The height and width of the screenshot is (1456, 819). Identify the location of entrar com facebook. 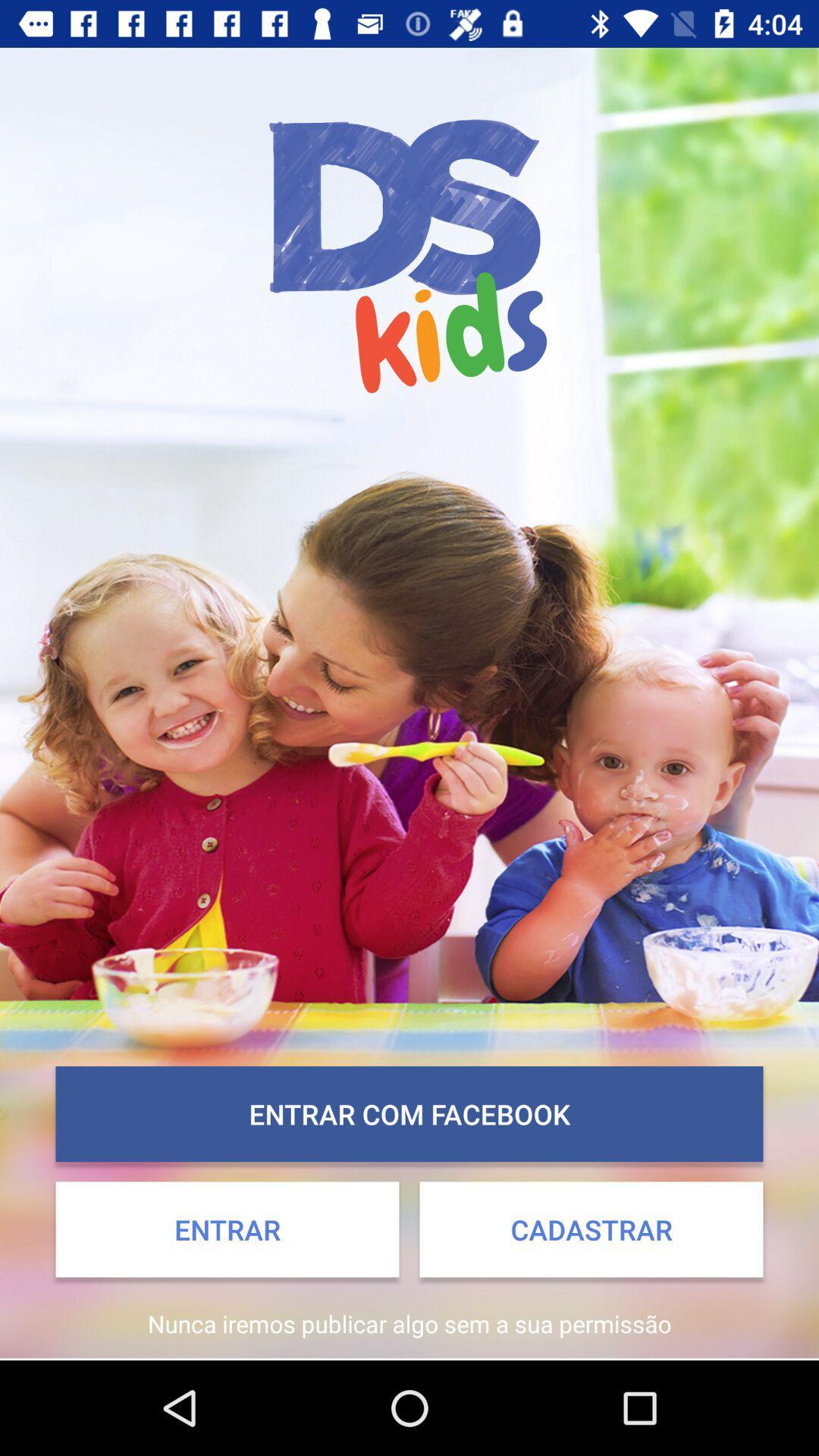
(409, 1114).